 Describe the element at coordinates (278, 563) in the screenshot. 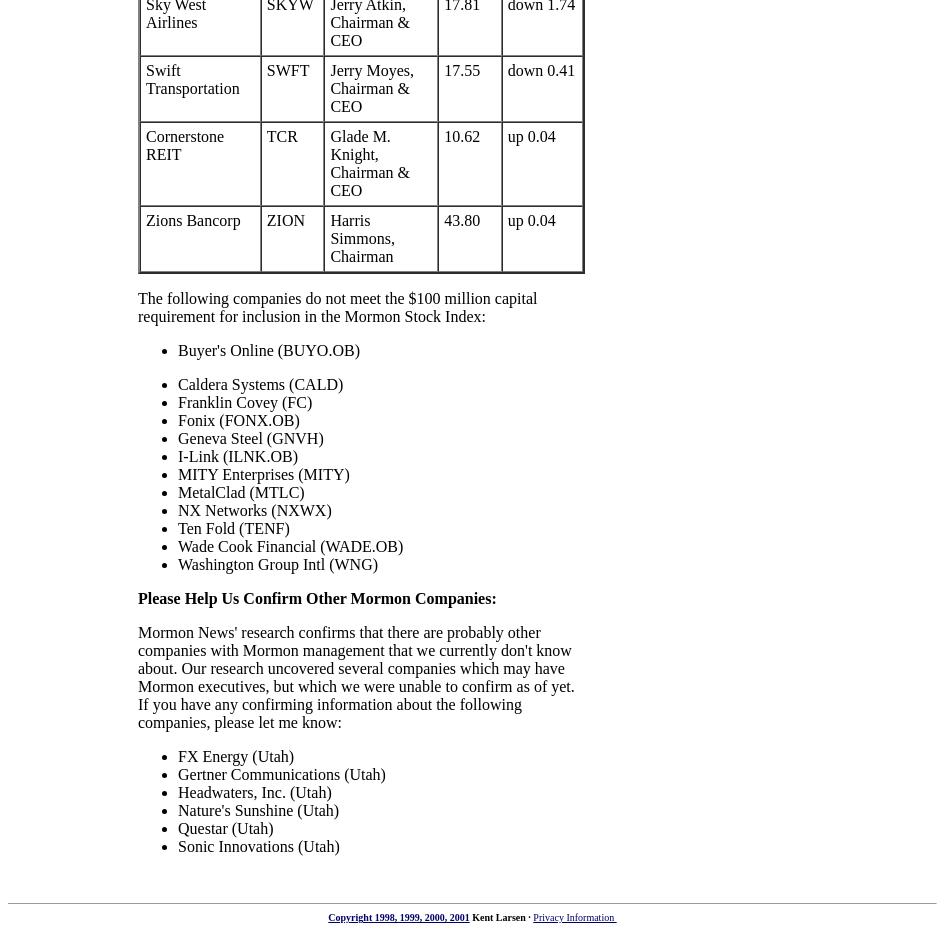

I see `'Washington Group Intl (WNG)'` at that location.